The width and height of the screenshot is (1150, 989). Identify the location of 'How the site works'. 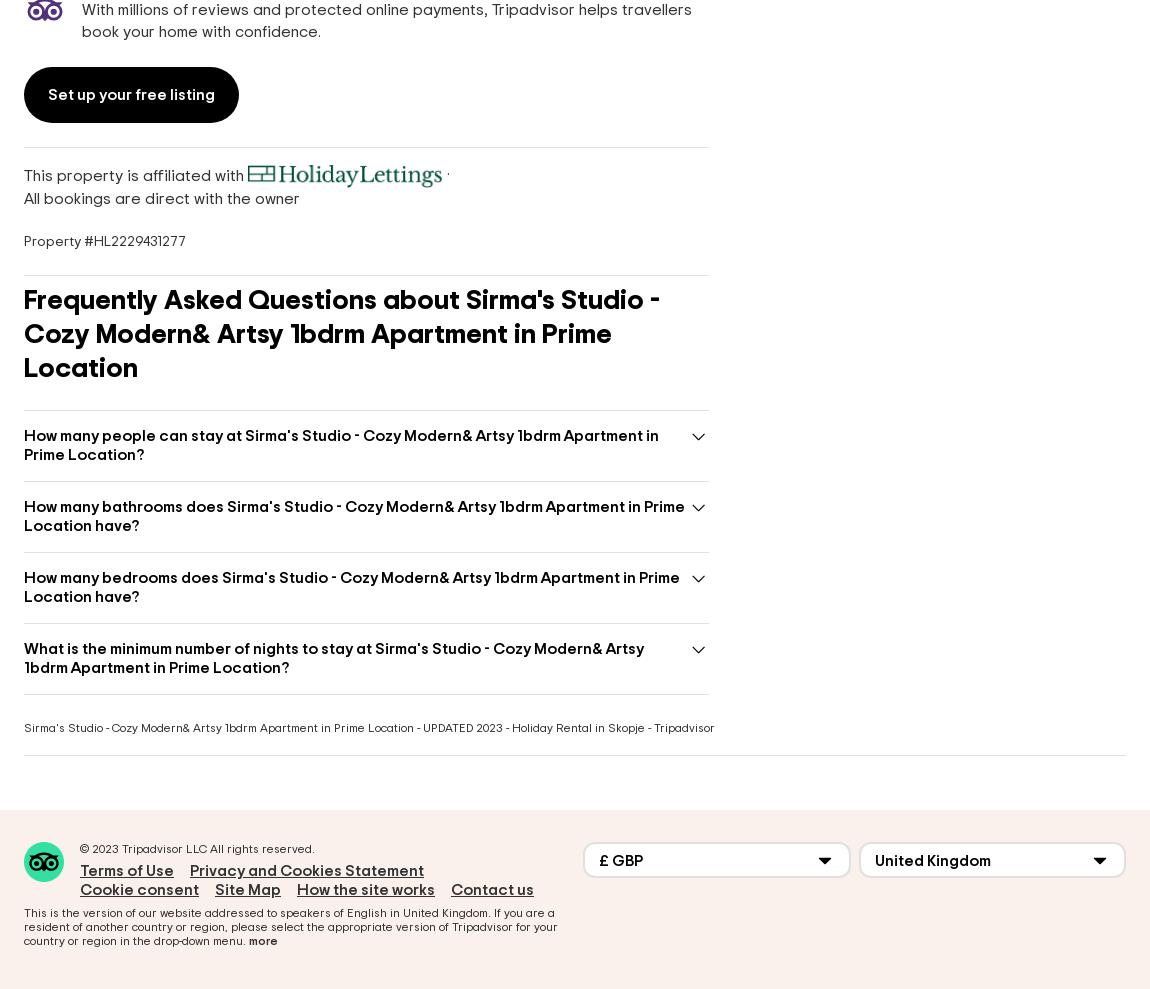
(366, 889).